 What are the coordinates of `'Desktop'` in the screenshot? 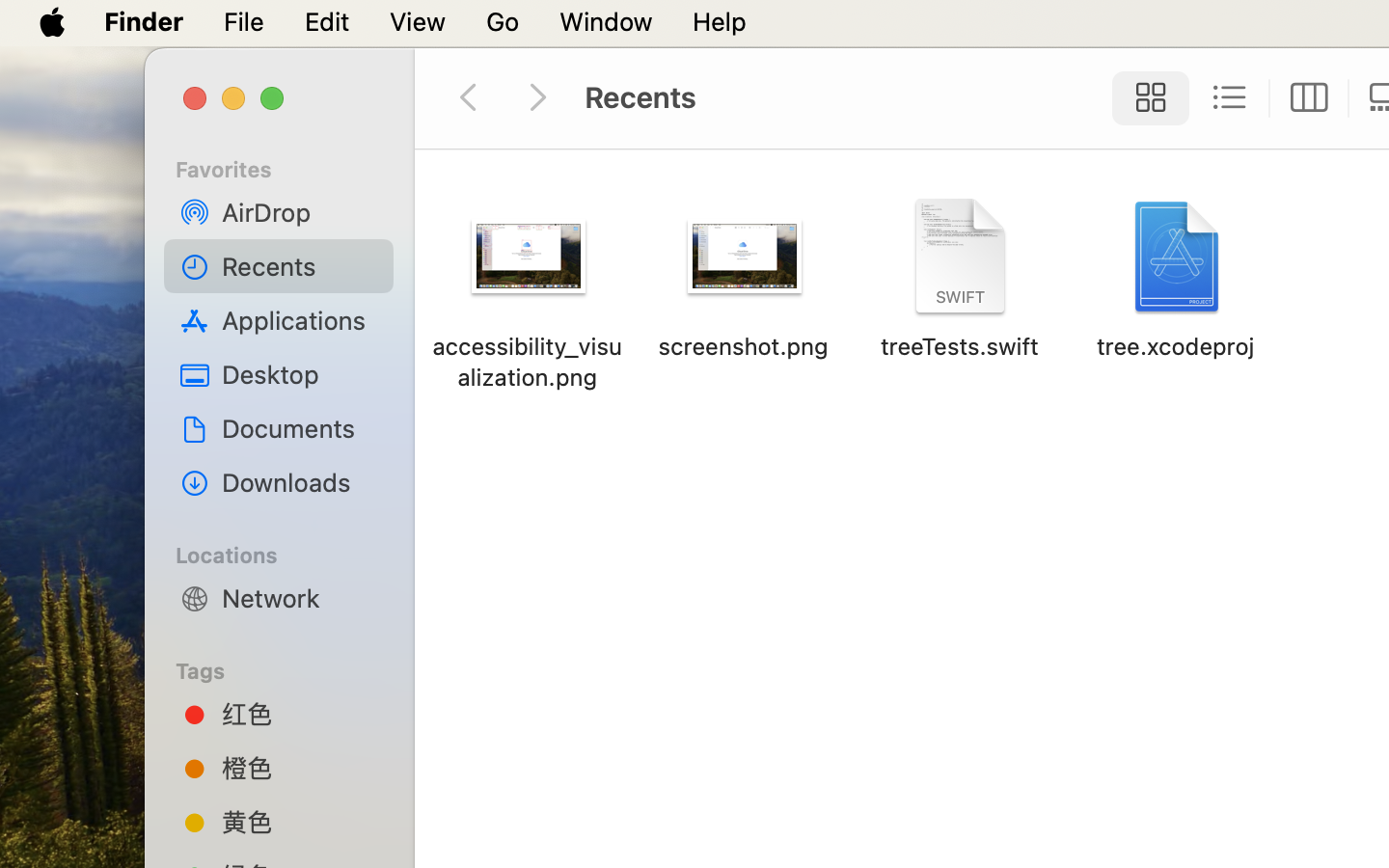 It's located at (300, 373).